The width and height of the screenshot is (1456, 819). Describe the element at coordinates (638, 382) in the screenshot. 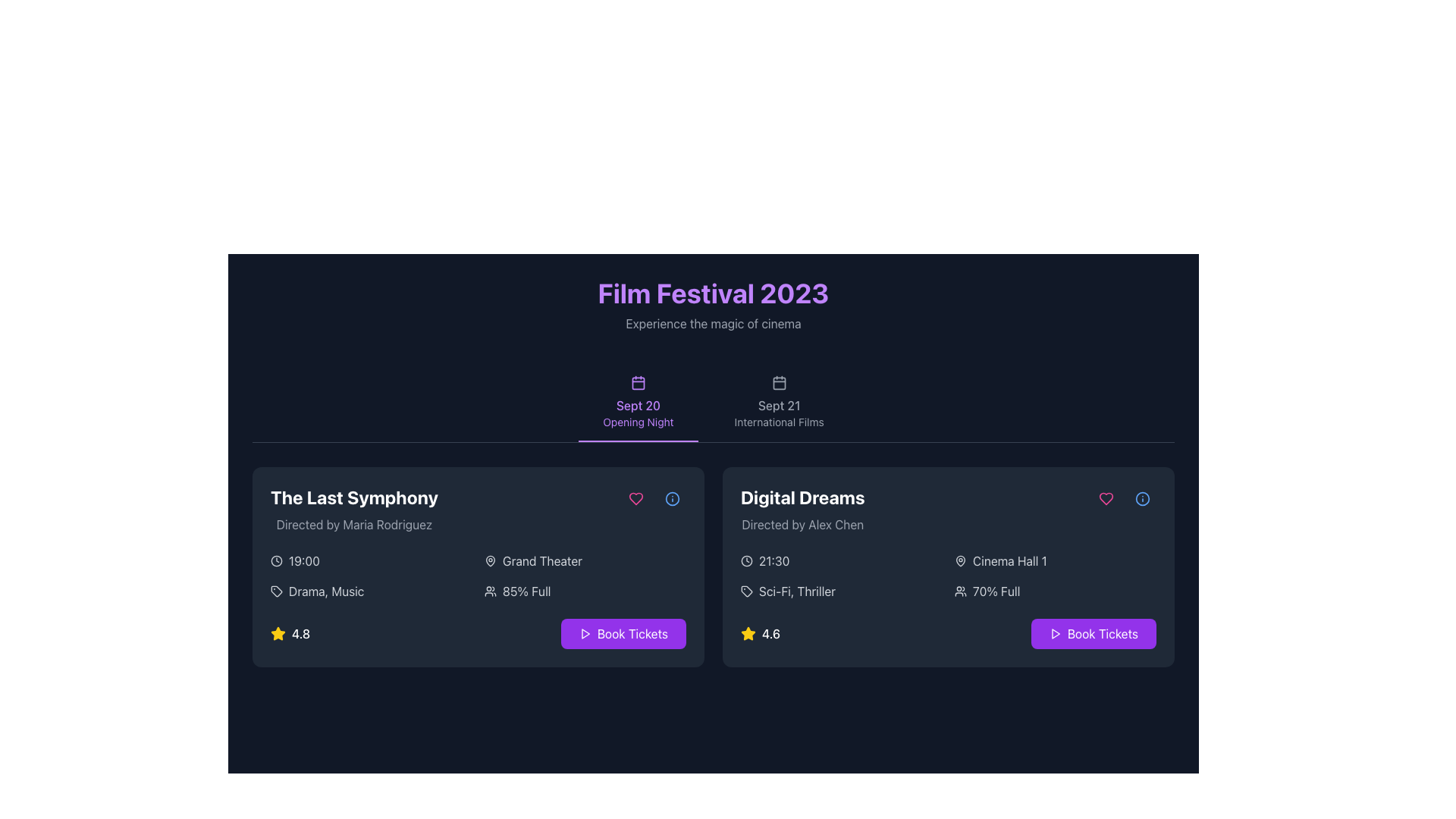

I see `the vector graphic component of the calendar icon located in the middle of the three icons beneath the 'Film Festival 2023' title` at that location.